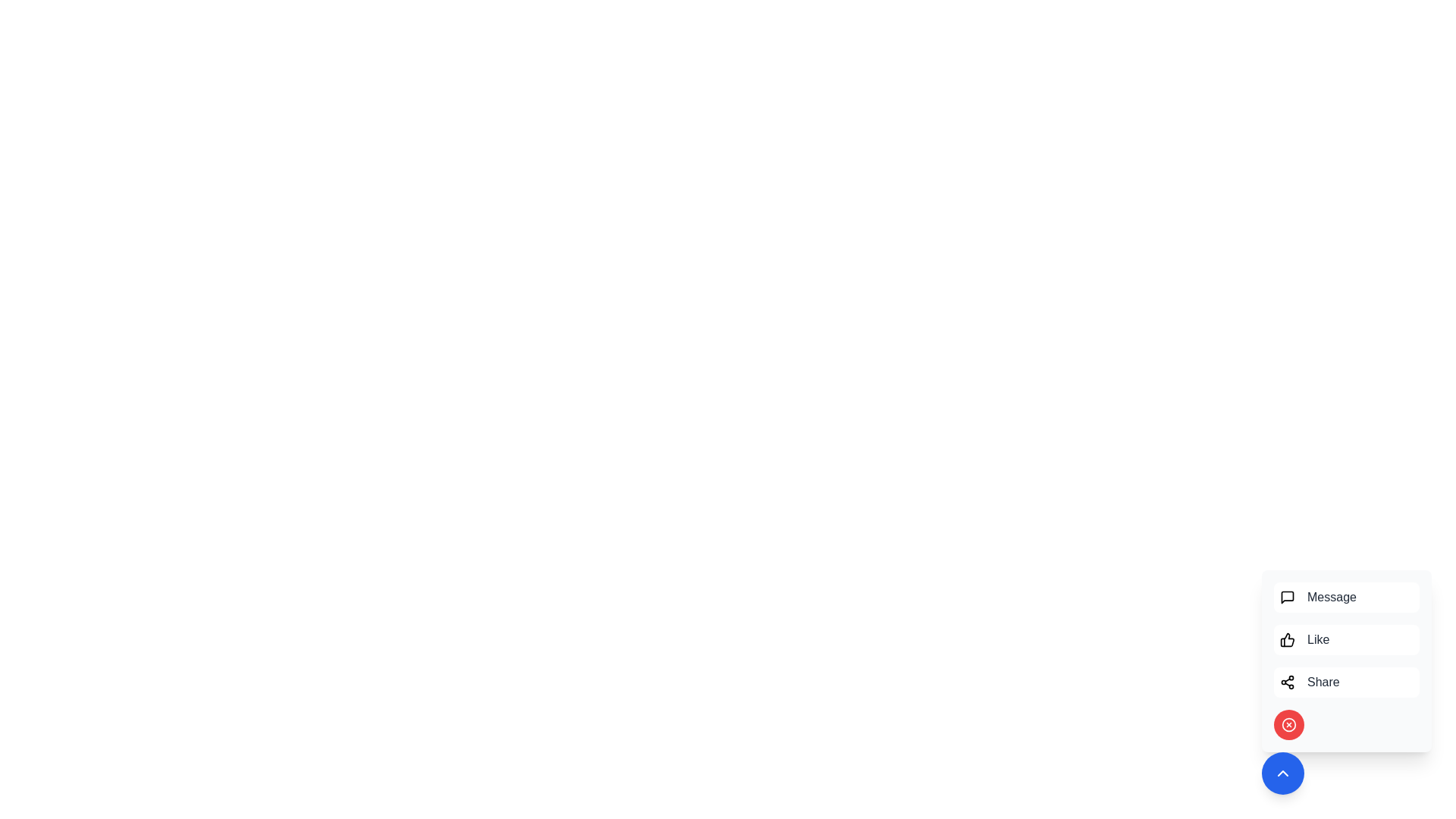  Describe the element at coordinates (1347, 640) in the screenshot. I see `the 'Like' button to perform the 'like' action` at that location.